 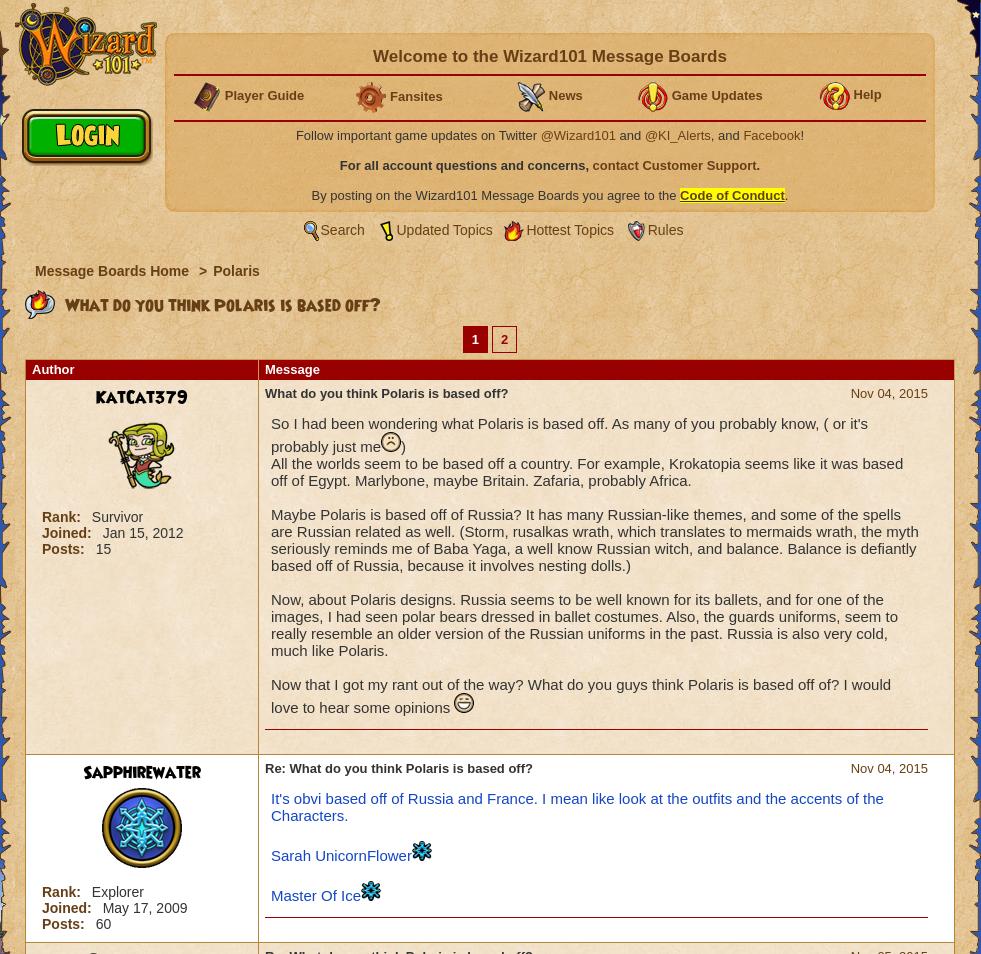 What do you see at coordinates (291, 369) in the screenshot?
I see `'Message'` at bounding box center [291, 369].